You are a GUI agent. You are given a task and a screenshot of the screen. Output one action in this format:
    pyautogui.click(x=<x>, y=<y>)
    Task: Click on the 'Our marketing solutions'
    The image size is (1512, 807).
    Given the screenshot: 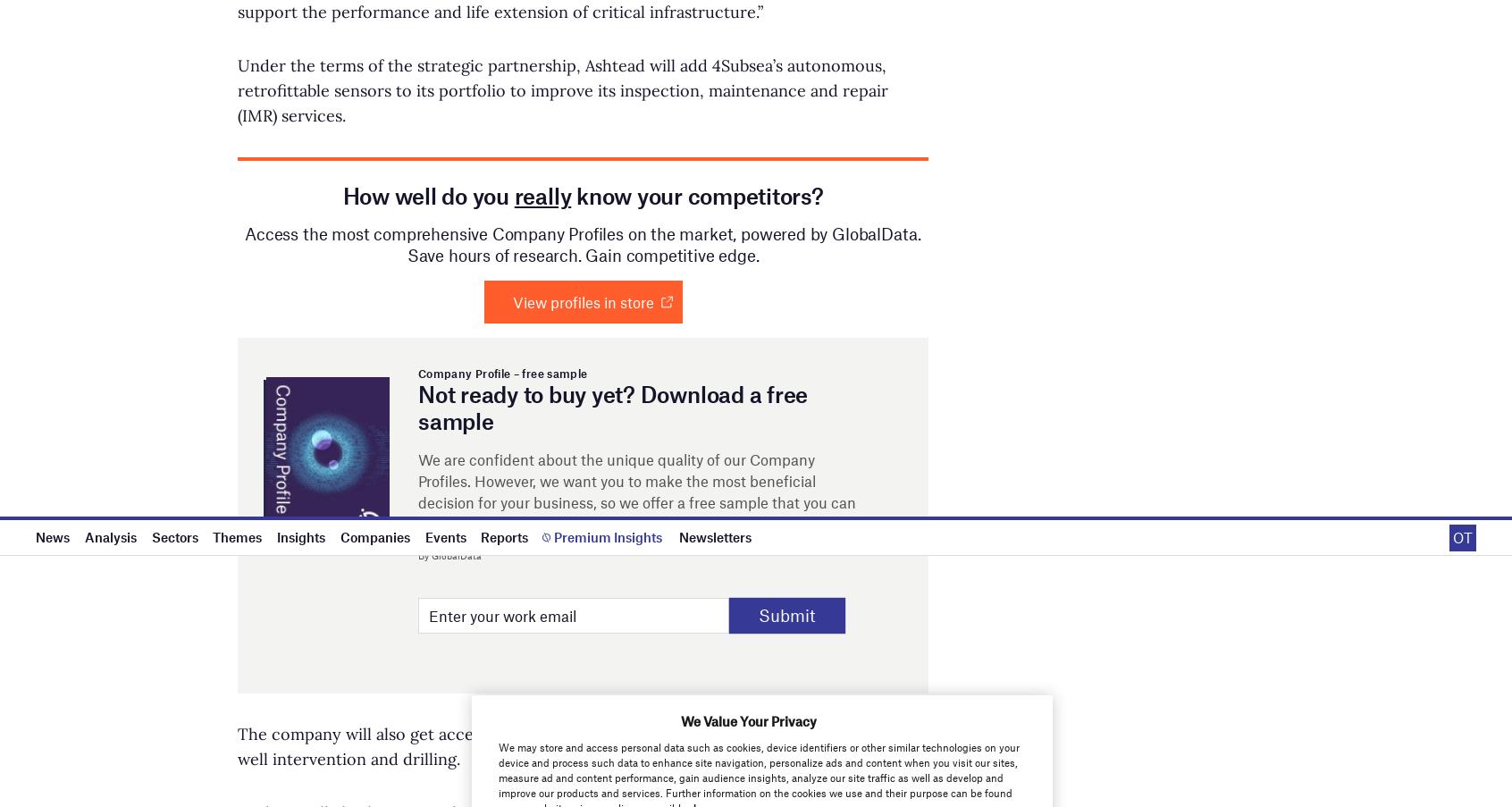 What is the action you would take?
    pyautogui.click(x=881, y=169)
    